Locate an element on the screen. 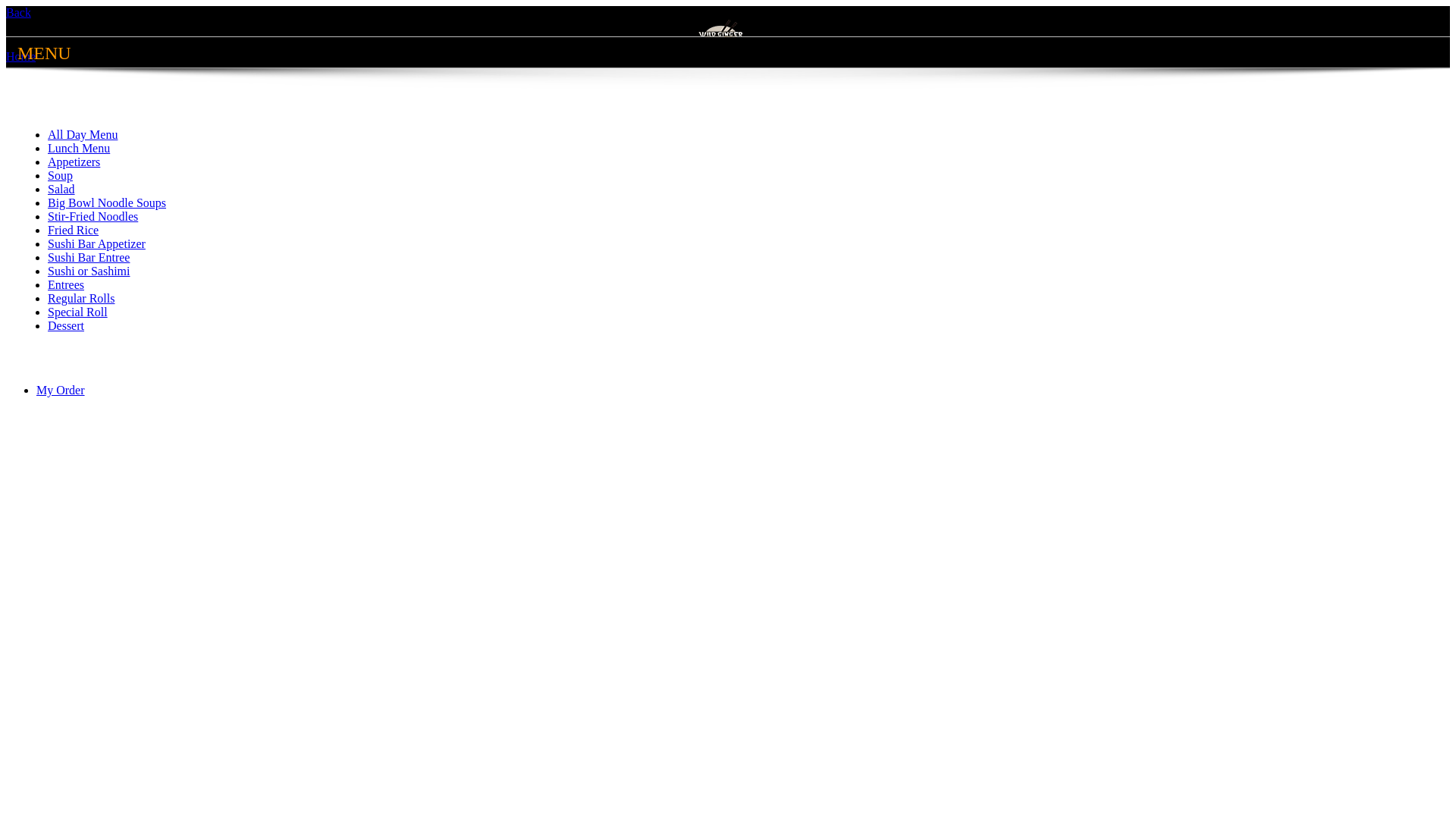 Image resolution: width=1456 pixels, height=819 pixels. 'Regular Rolls' is located at coordinates (47, 298).